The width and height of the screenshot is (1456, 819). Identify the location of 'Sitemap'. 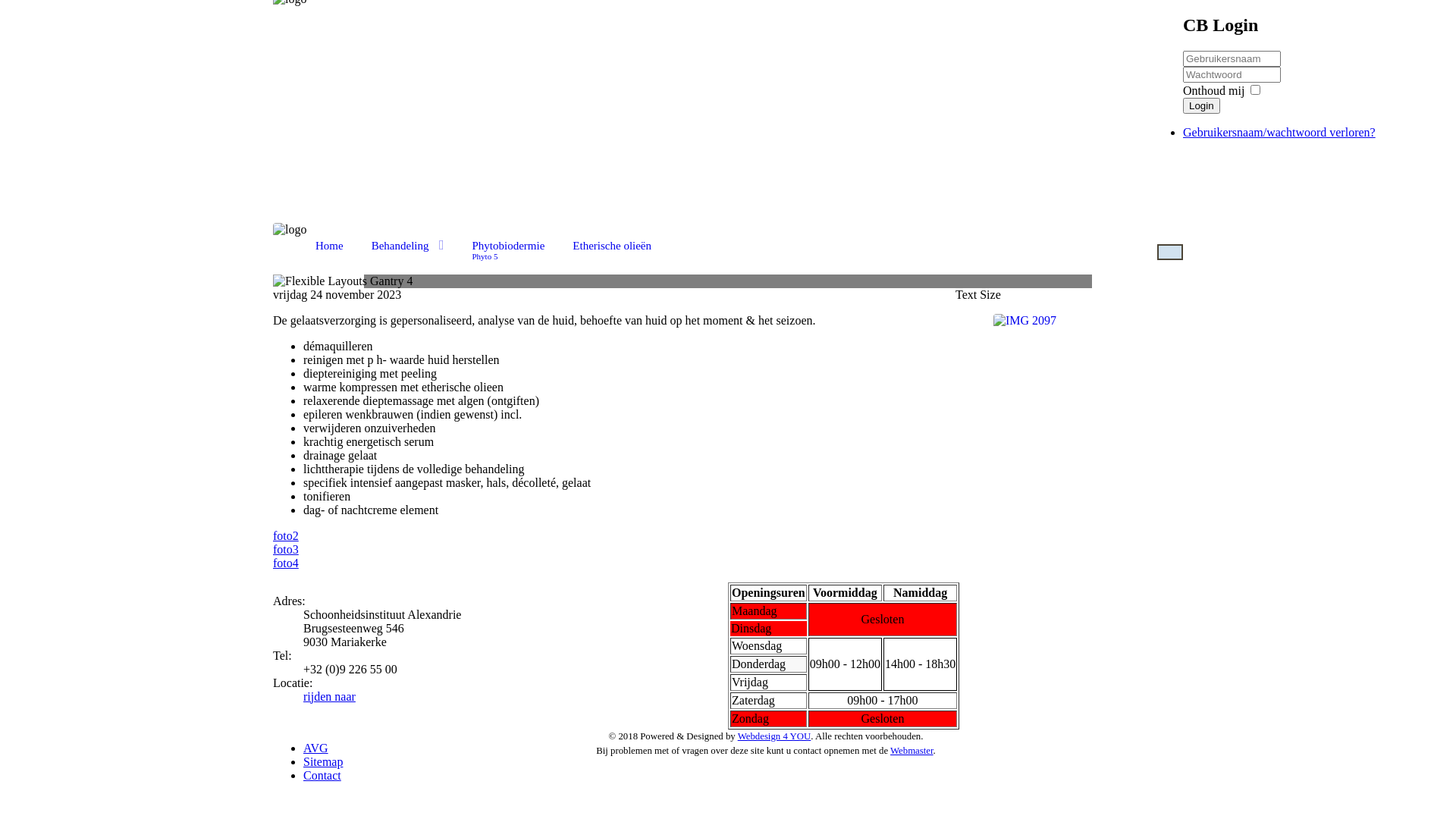
(322, 761).